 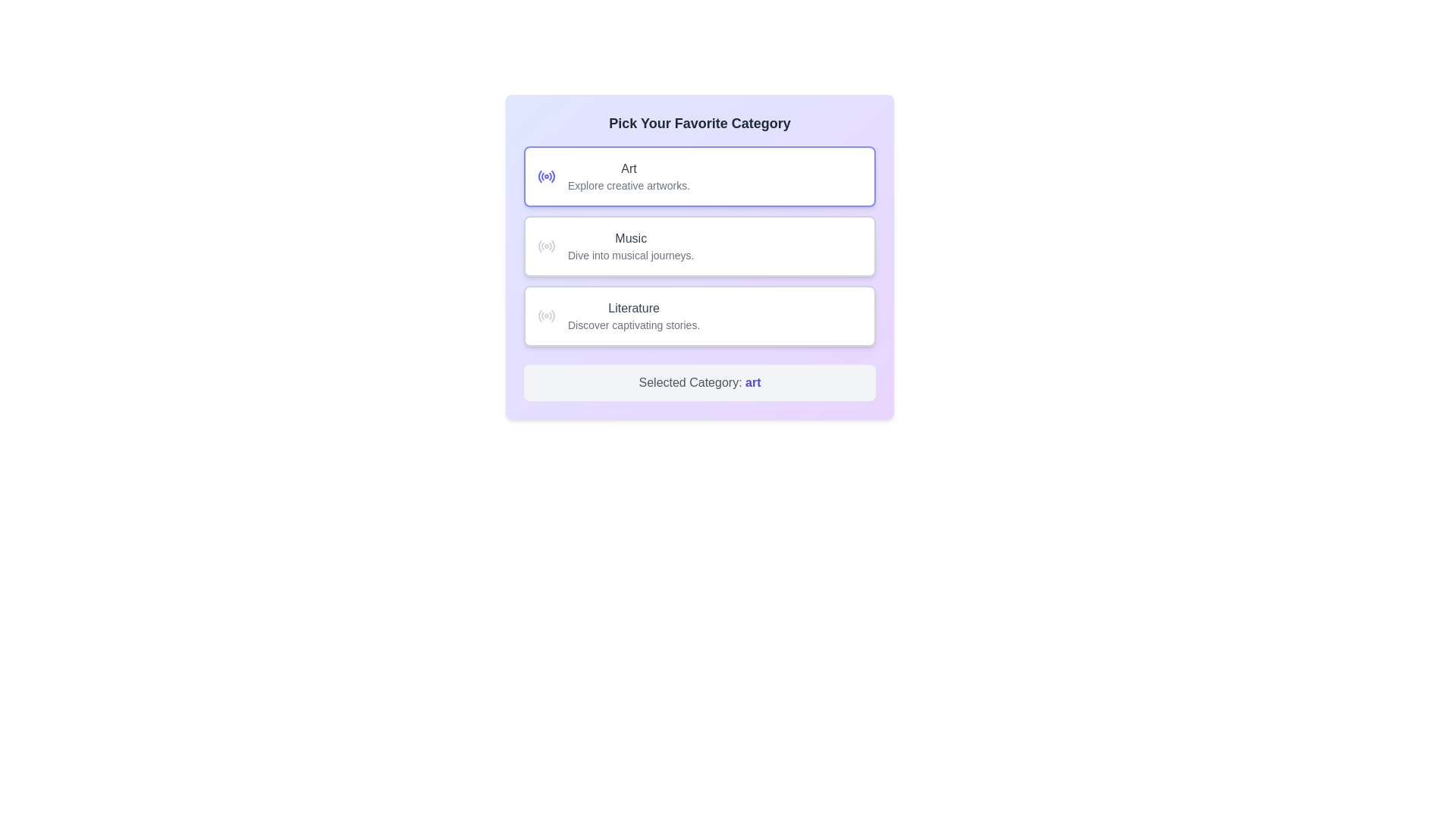 I want to click on the third item in the selectable list, which represents the 'Literature' category, so click(x=698, y=315).